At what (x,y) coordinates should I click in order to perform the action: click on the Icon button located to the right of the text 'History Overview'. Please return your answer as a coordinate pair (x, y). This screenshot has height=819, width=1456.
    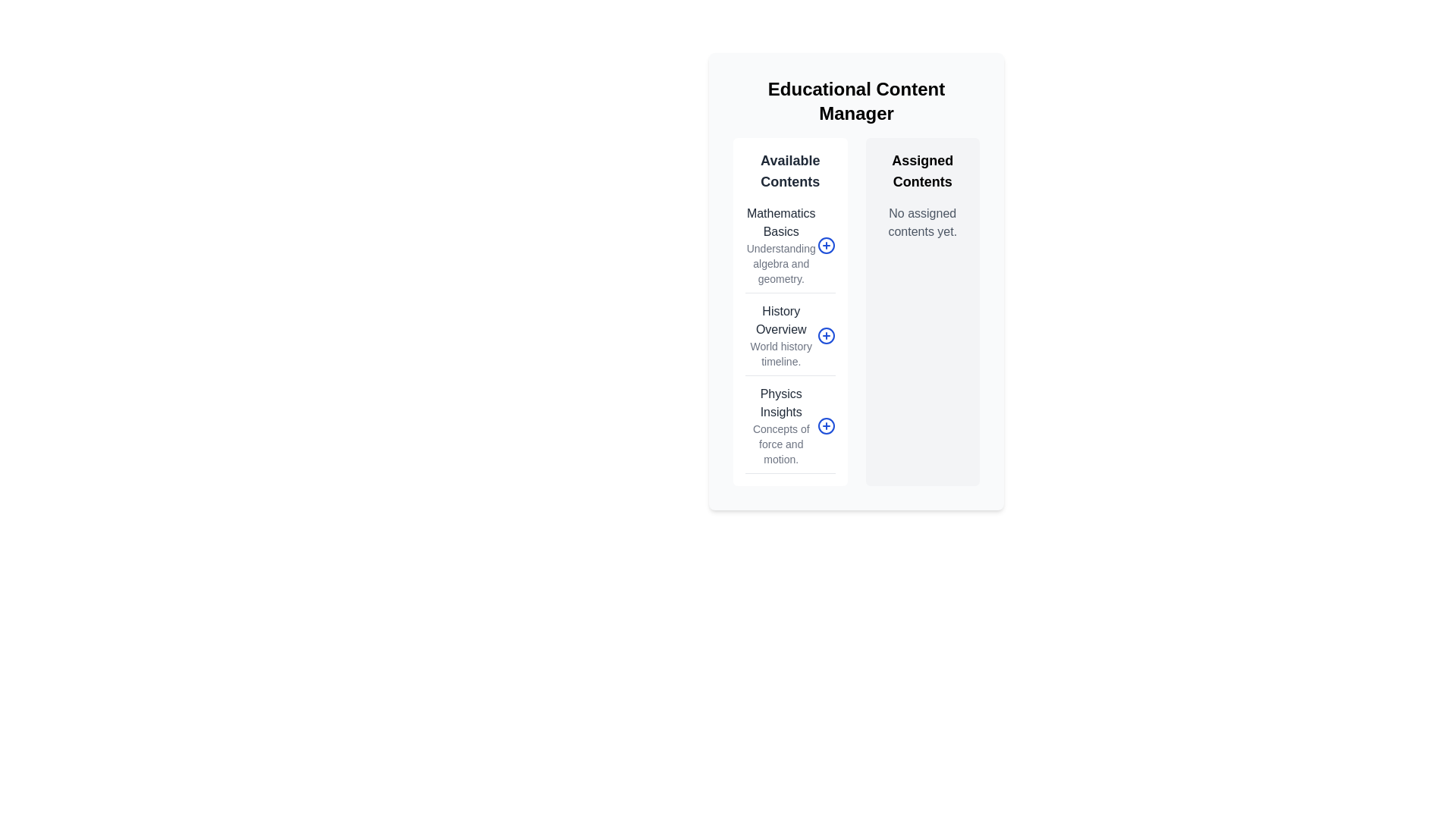
    Looking at the image, I should click on (825, 335).